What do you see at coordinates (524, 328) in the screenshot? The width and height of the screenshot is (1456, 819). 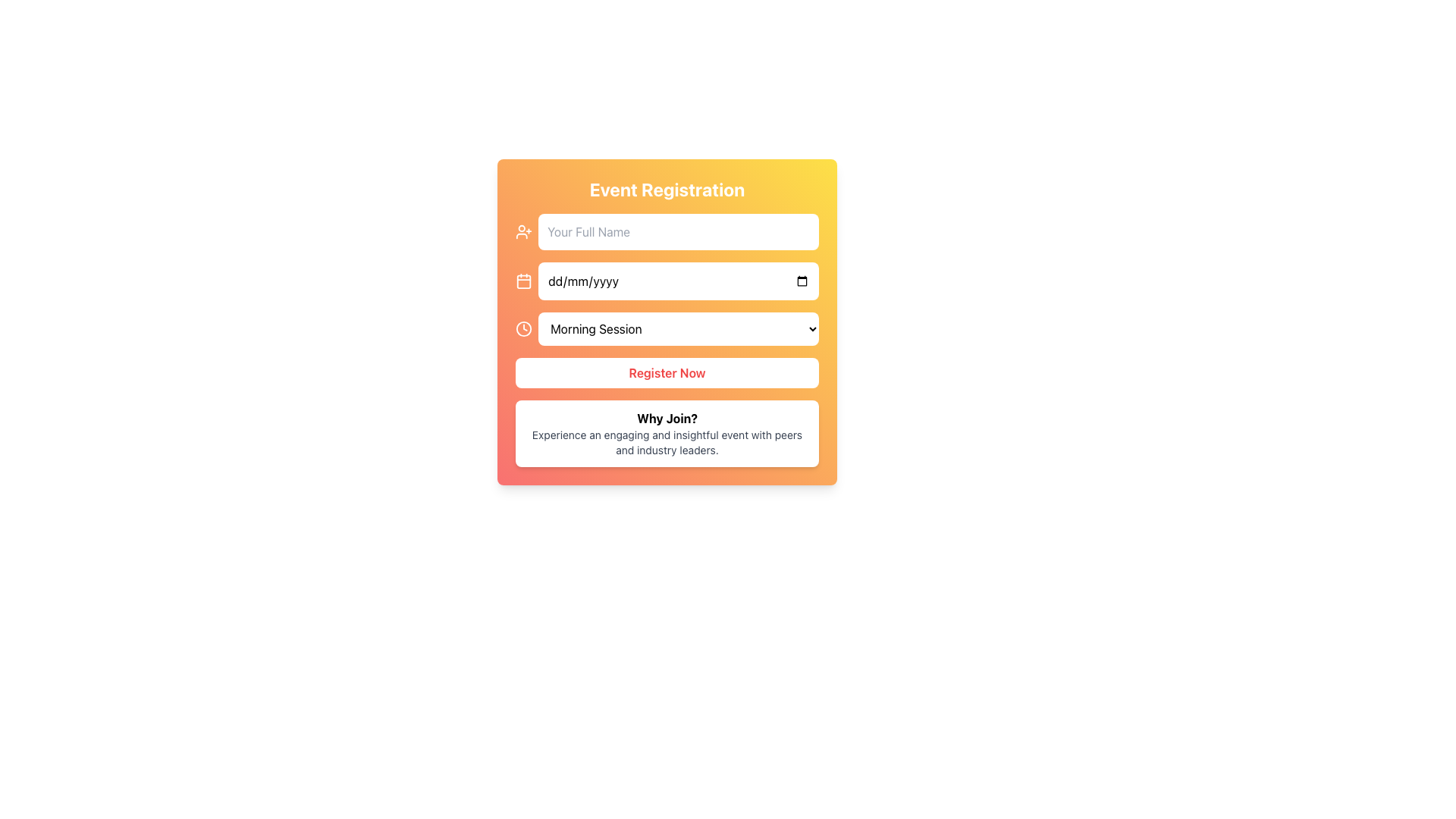 I see `the circular clock icon with a white outline and clock hands against an orange background, located to the left of the 'Morning Session' dropdown input field` at bounding box center [524, 328].